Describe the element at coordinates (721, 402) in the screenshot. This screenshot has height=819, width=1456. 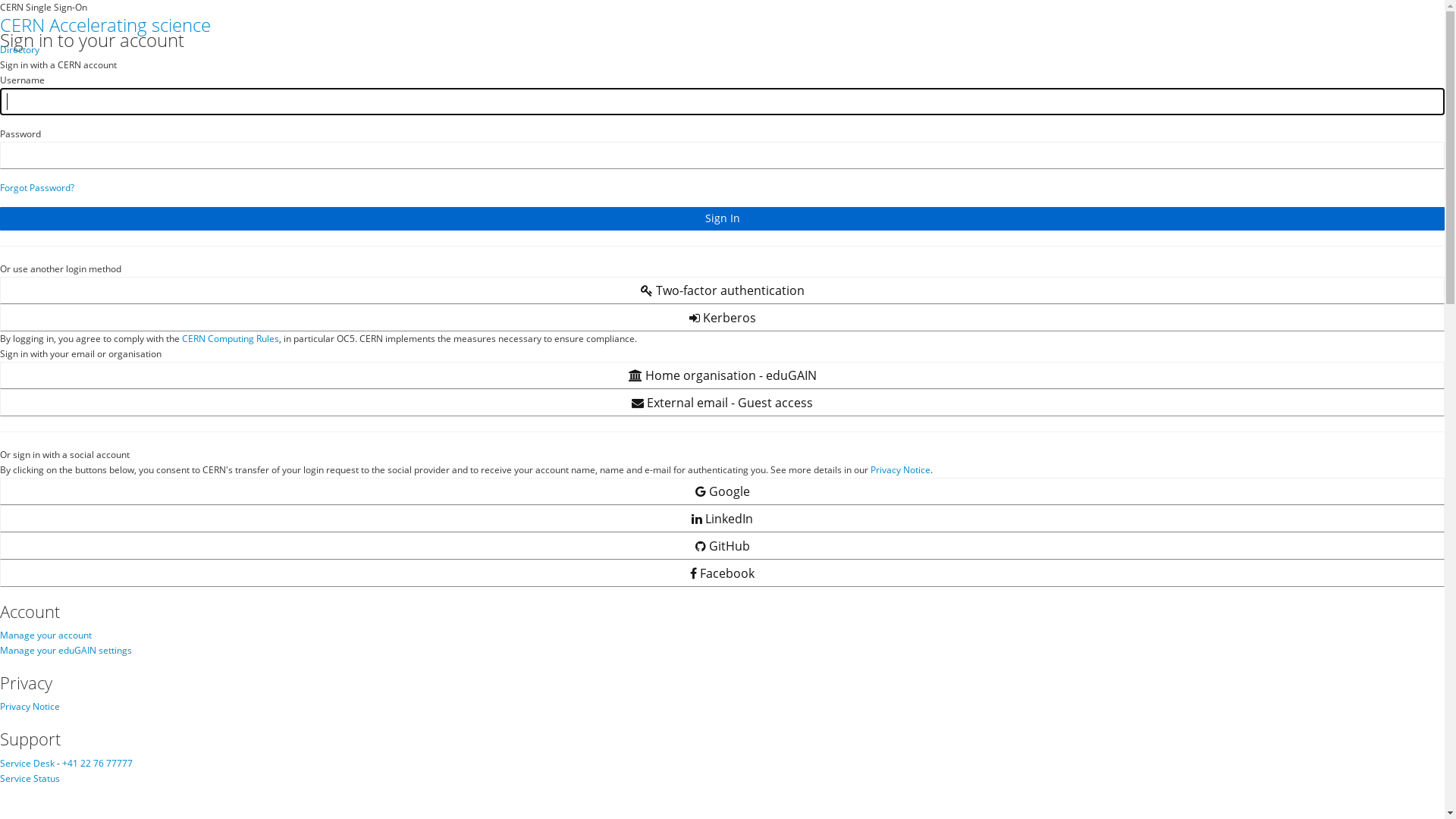
I see `'External email - Guest access'` at that location.